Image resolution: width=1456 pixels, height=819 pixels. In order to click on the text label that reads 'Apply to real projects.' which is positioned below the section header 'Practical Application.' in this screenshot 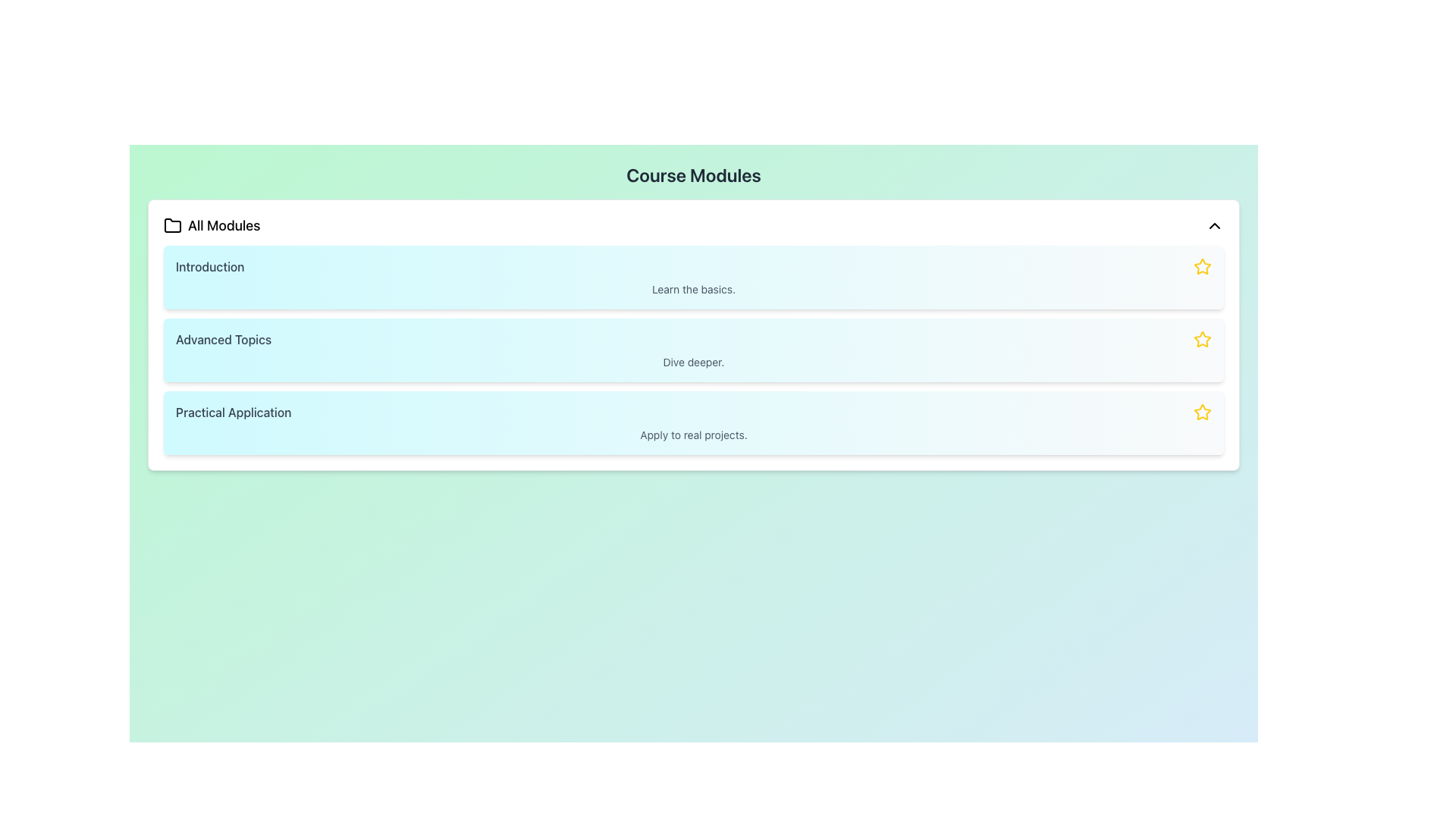, I will do `click(693, 435)`.